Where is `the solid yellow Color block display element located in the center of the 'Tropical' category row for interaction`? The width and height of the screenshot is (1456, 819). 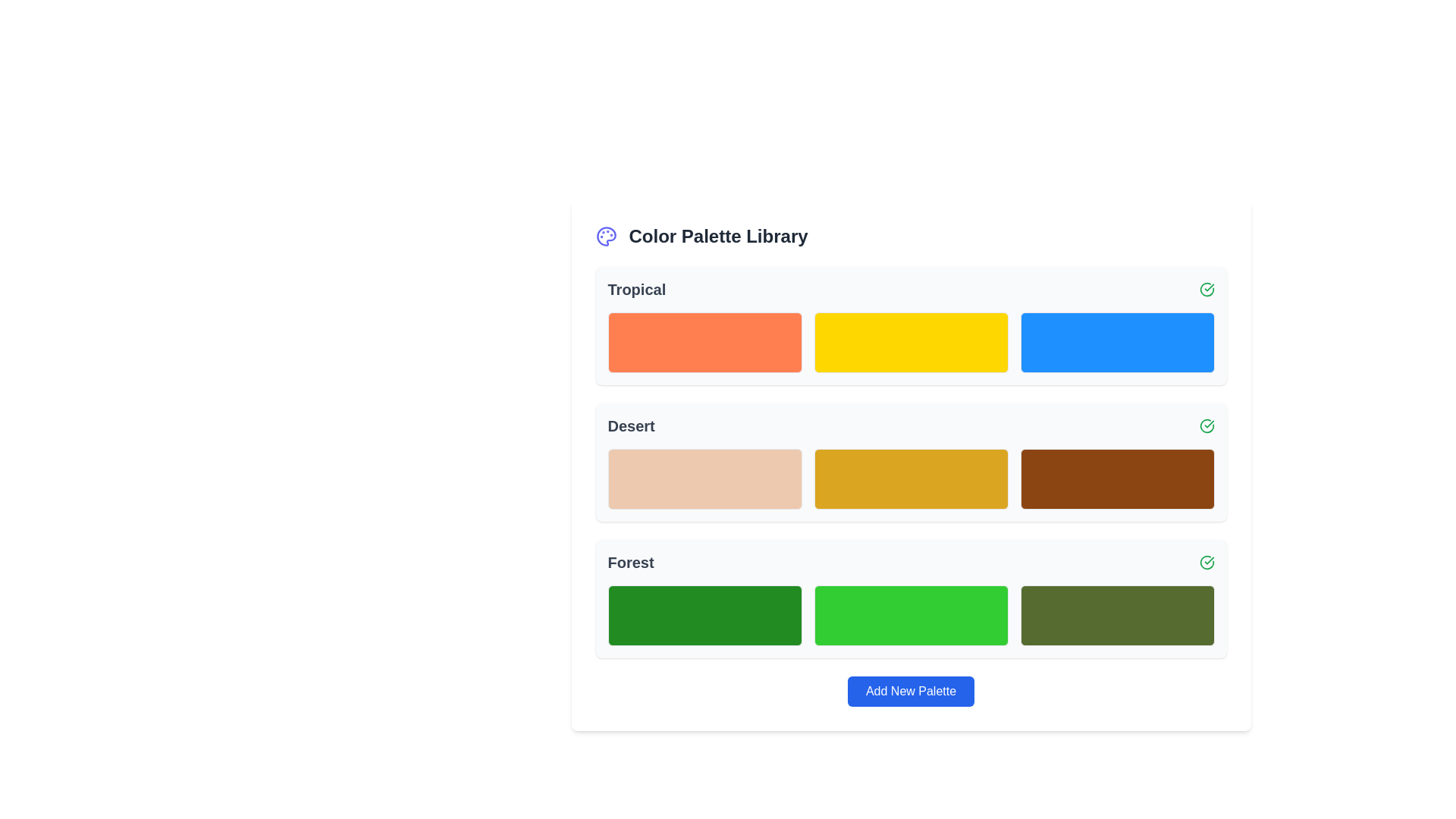 the solid yellow Color block display element located in the center of the 'Tropical' category row for interaction is located at coordinates (910, 342).